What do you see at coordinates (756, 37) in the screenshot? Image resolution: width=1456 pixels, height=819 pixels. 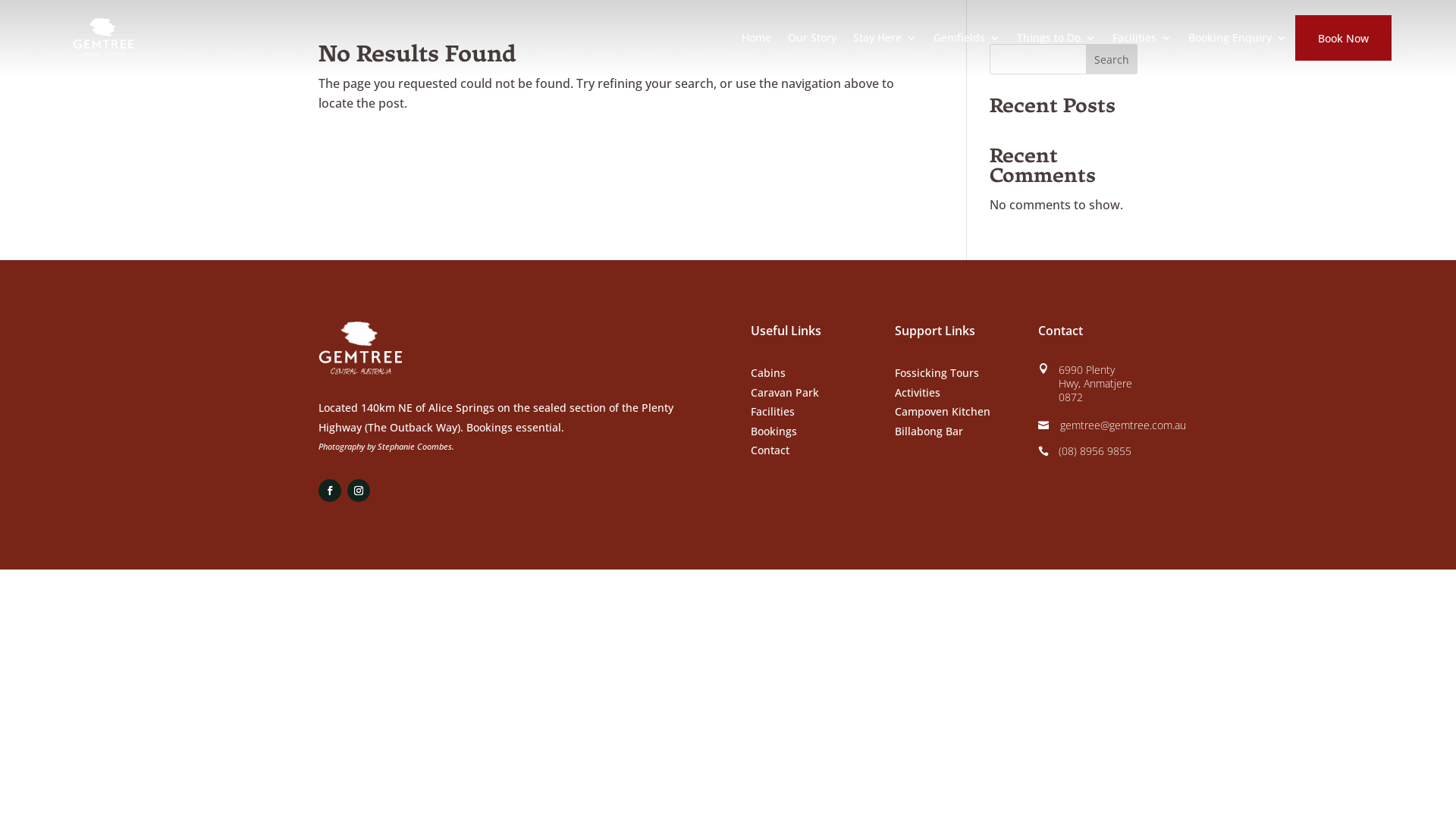 I see `'Home'` at bounding box center [756, 37].